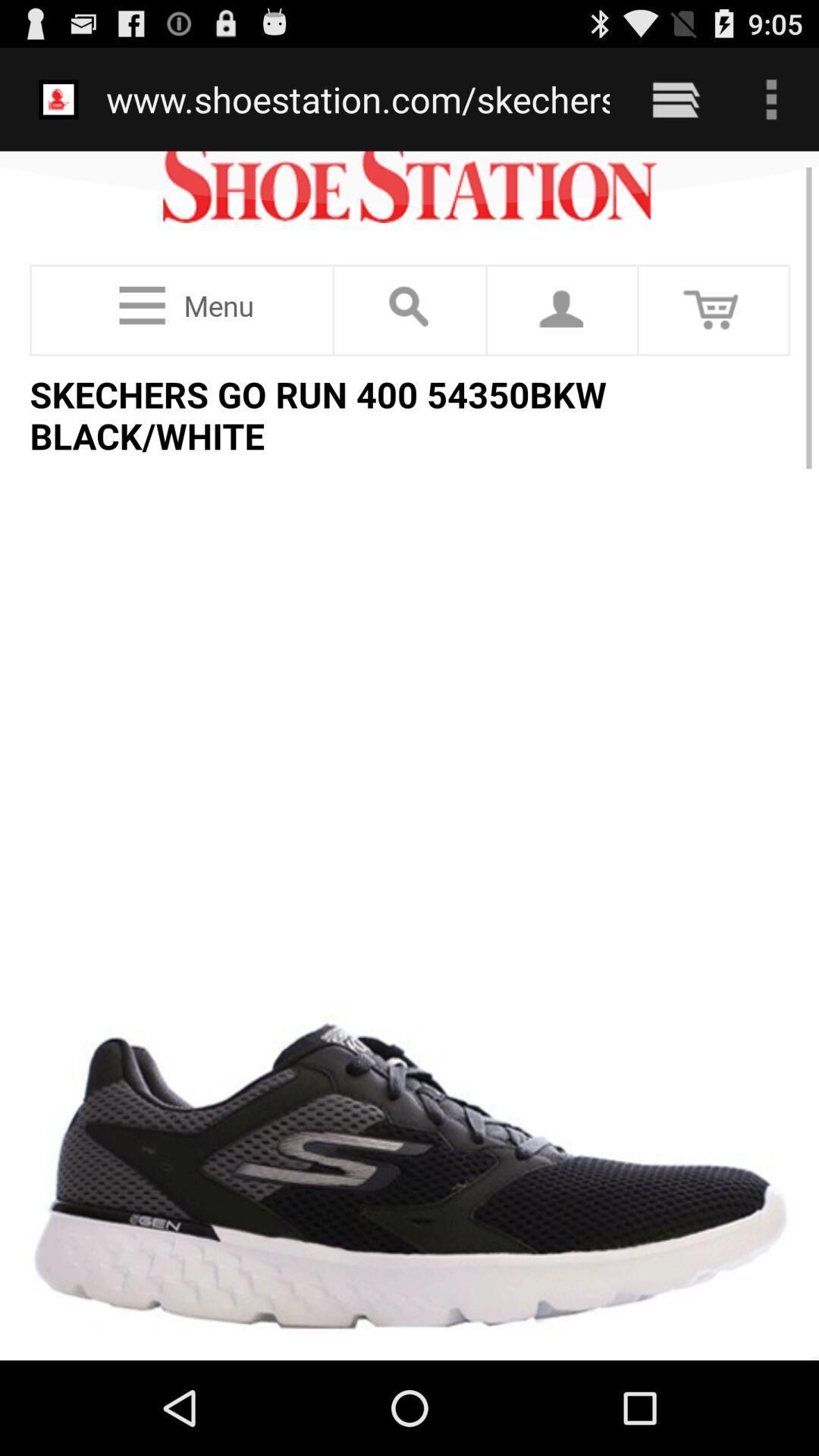 Image resolution: width=819 pixels, height=1456 pixels. What do you see at coordinates (771, 105) in the screenshot?
I see `the more icon` at bounding box center [771, 105].